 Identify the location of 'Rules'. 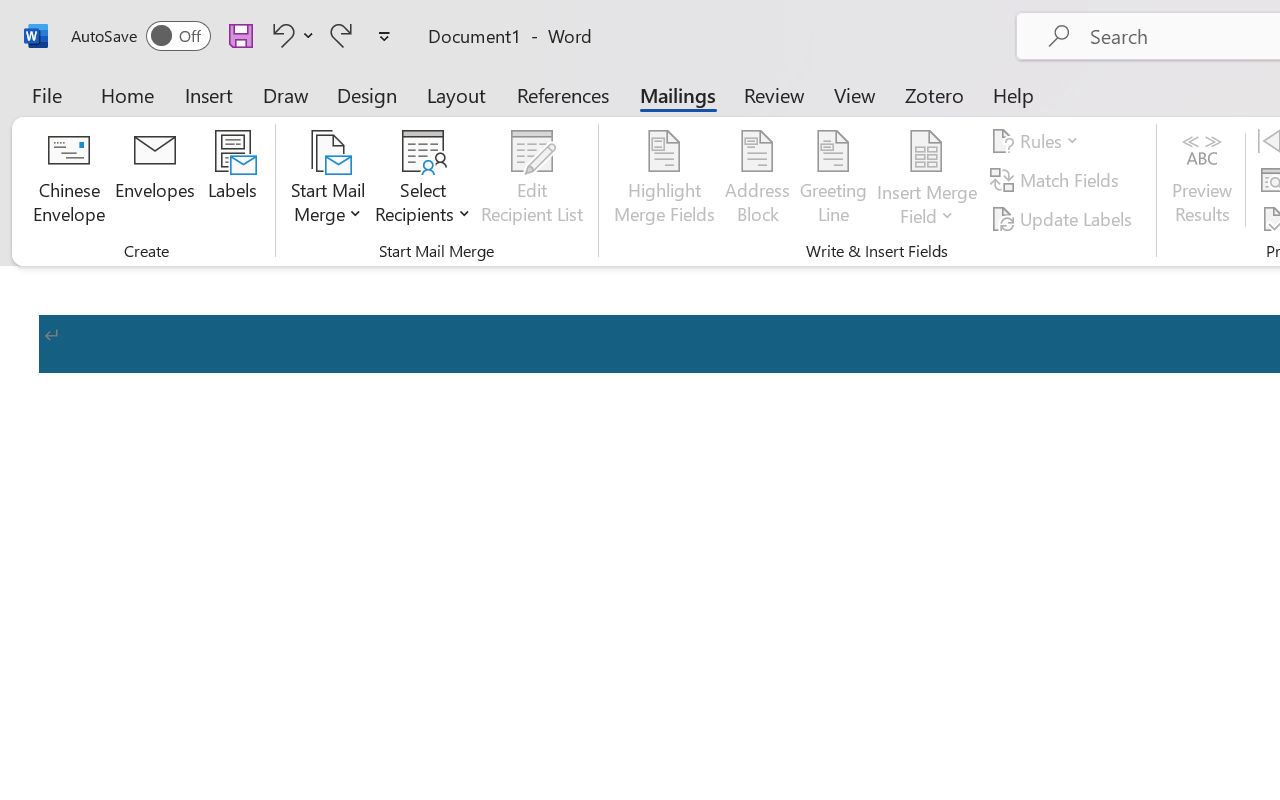
(1038, 141).